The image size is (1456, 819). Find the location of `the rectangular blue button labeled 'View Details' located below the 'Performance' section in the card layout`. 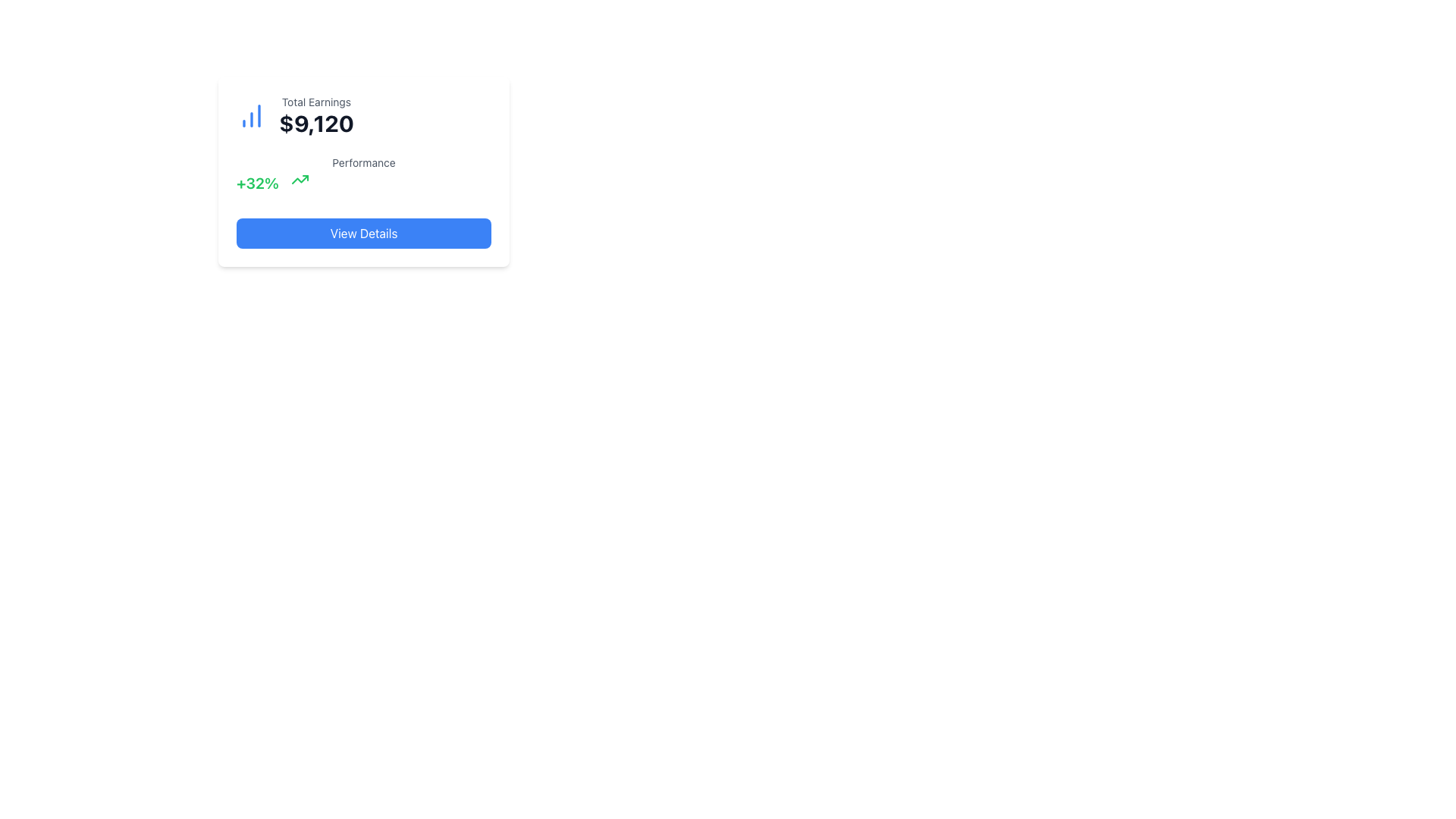

the rectangular blue button labeled 'View Details' located below the 'Performance' section in the card layout is located at coordinates (364, 234).